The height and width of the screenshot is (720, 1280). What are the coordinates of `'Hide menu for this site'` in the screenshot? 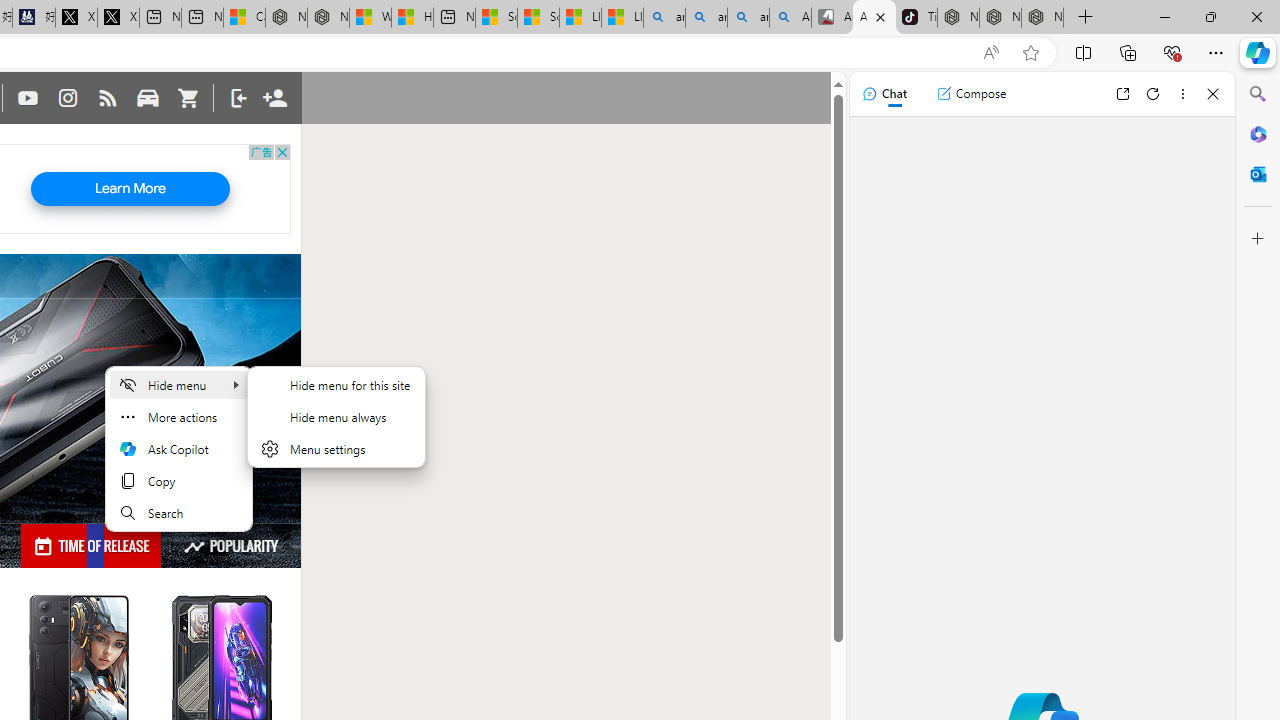 It's located at (336, 384).